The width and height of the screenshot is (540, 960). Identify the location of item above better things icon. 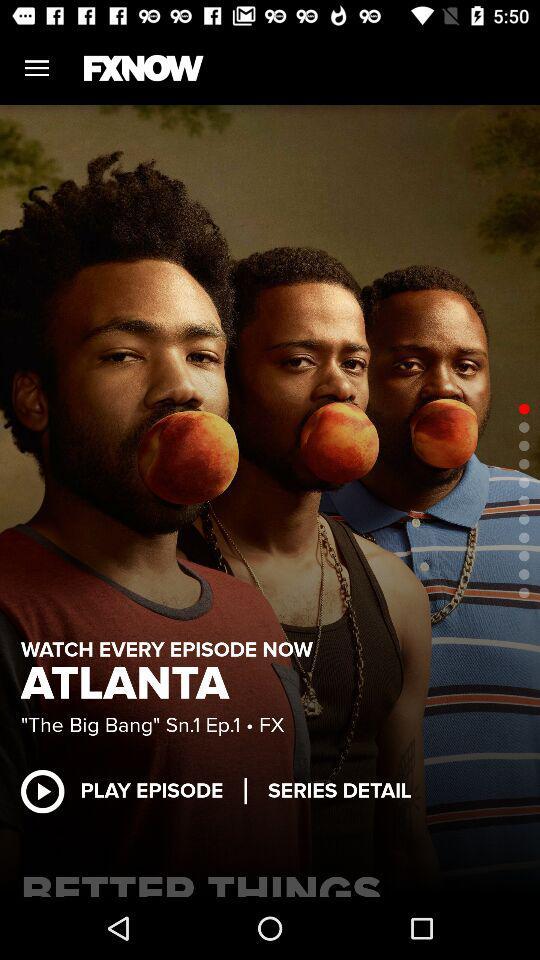
(338, 791).